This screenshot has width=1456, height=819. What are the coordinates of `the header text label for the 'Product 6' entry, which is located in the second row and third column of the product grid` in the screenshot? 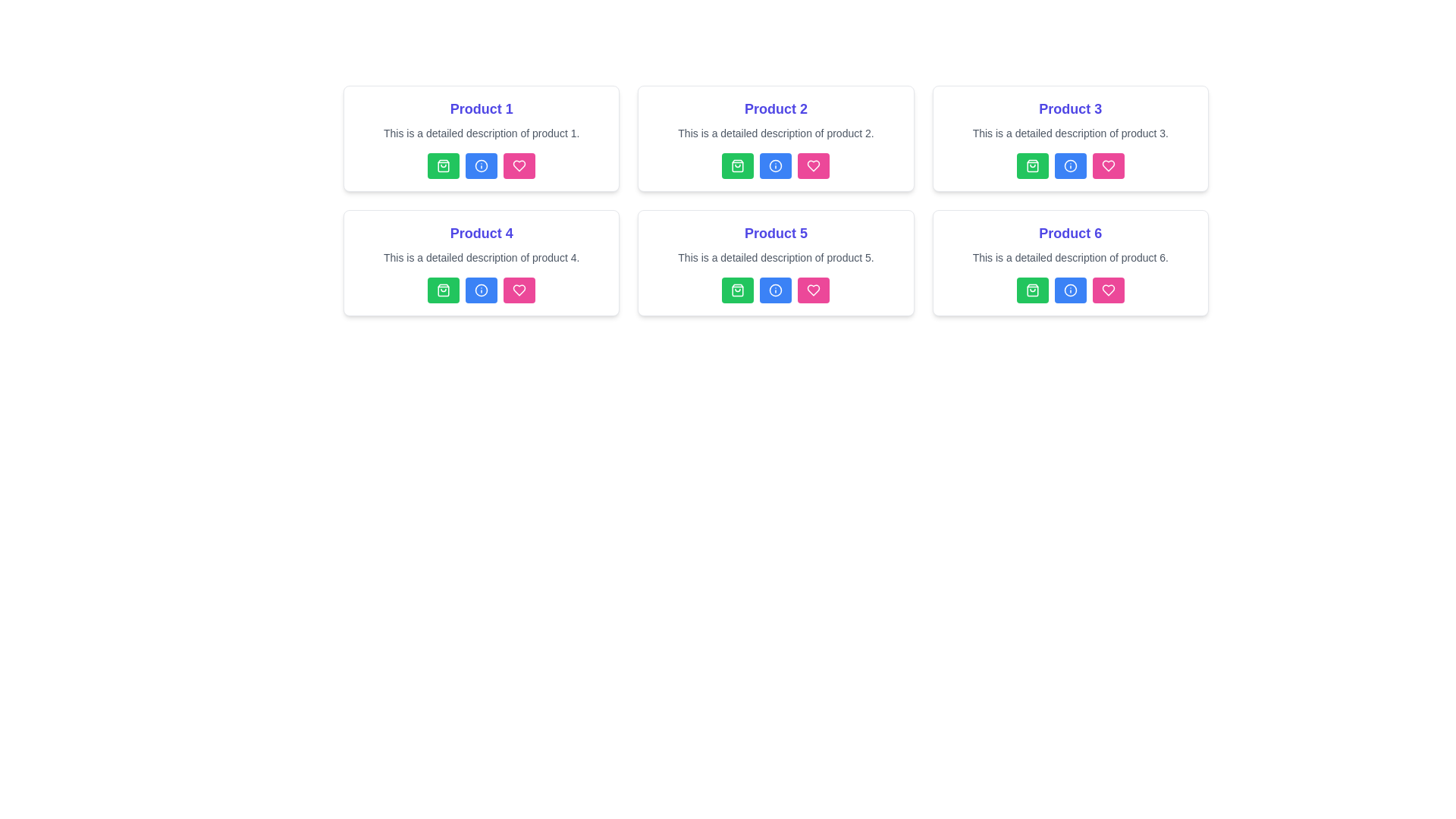 It's located at (1069, 234).